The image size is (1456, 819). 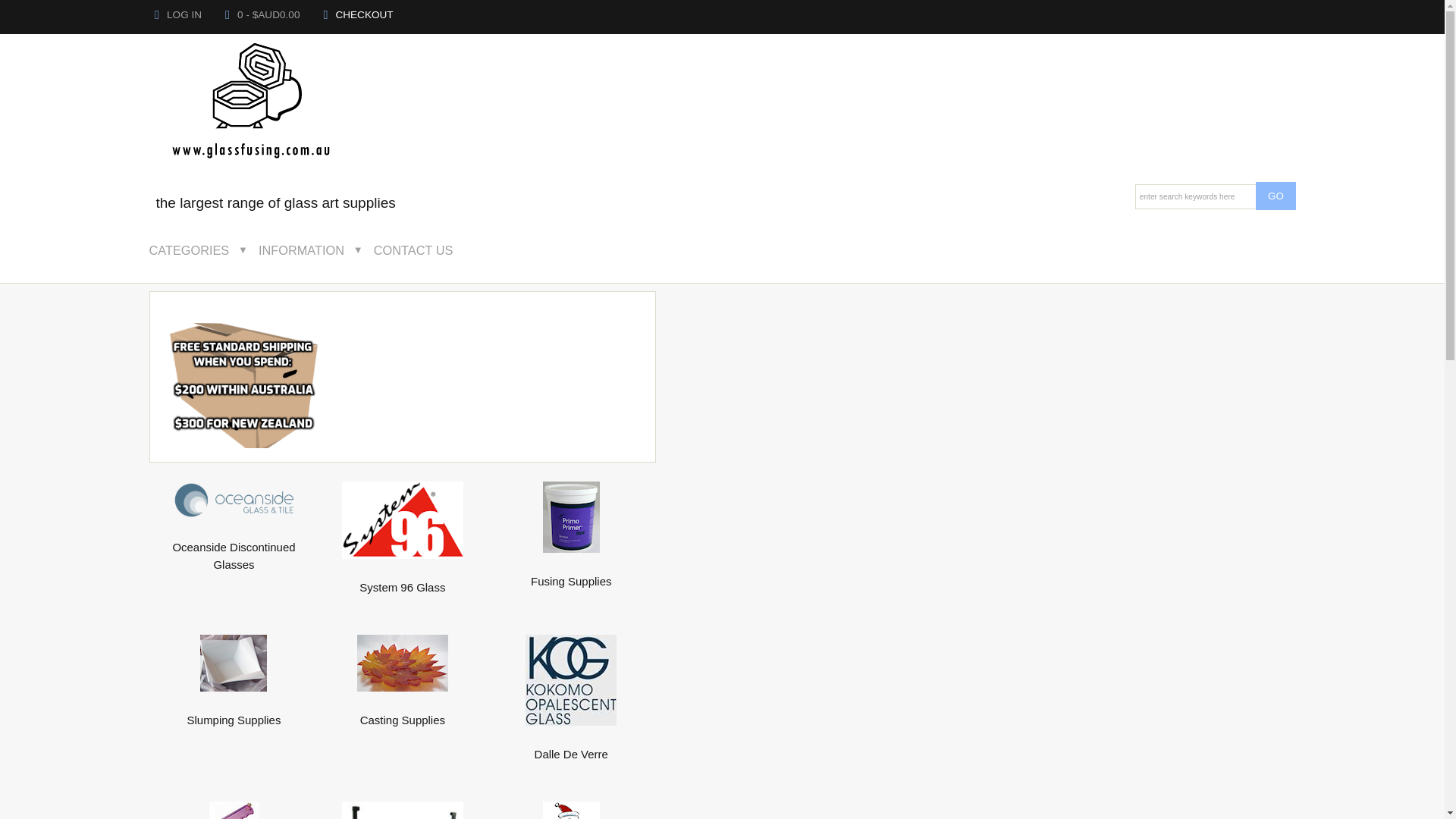 I want to click on 'Fusing Supplies', so click(x=570, y=573).